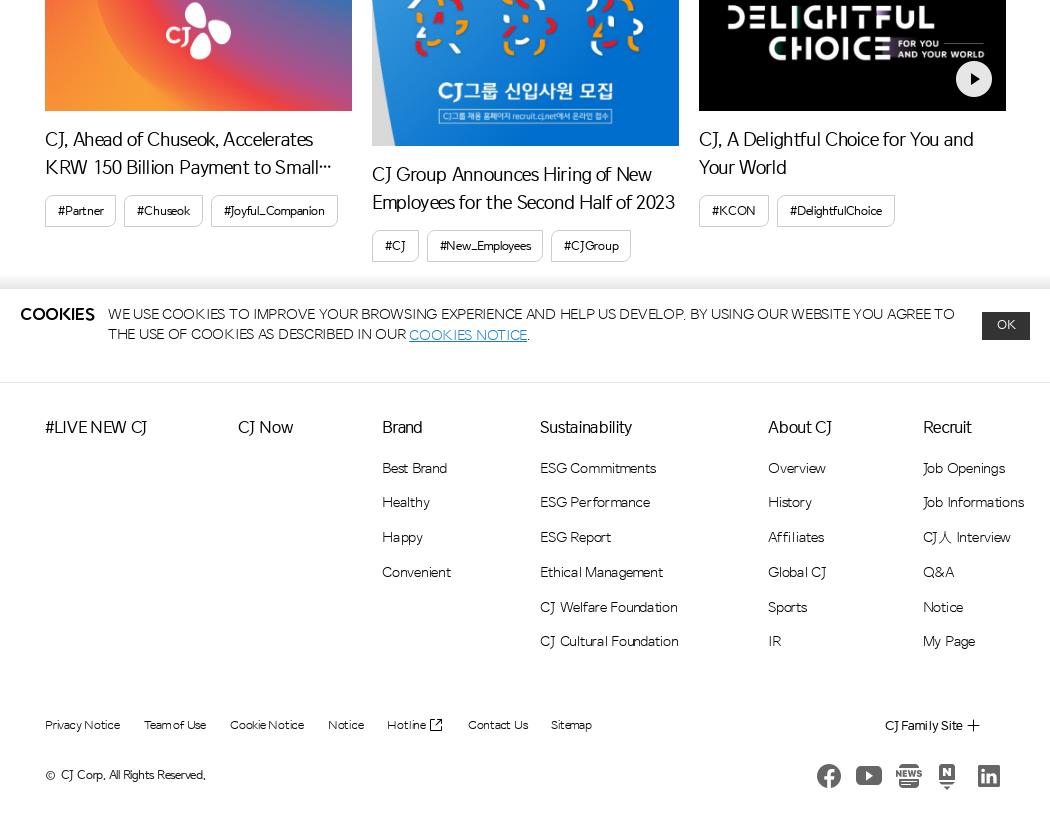  What do you see at coordinates (573, 536) in the screenshot?
I see `'ESG Report'` at bounding box center [573, 536].